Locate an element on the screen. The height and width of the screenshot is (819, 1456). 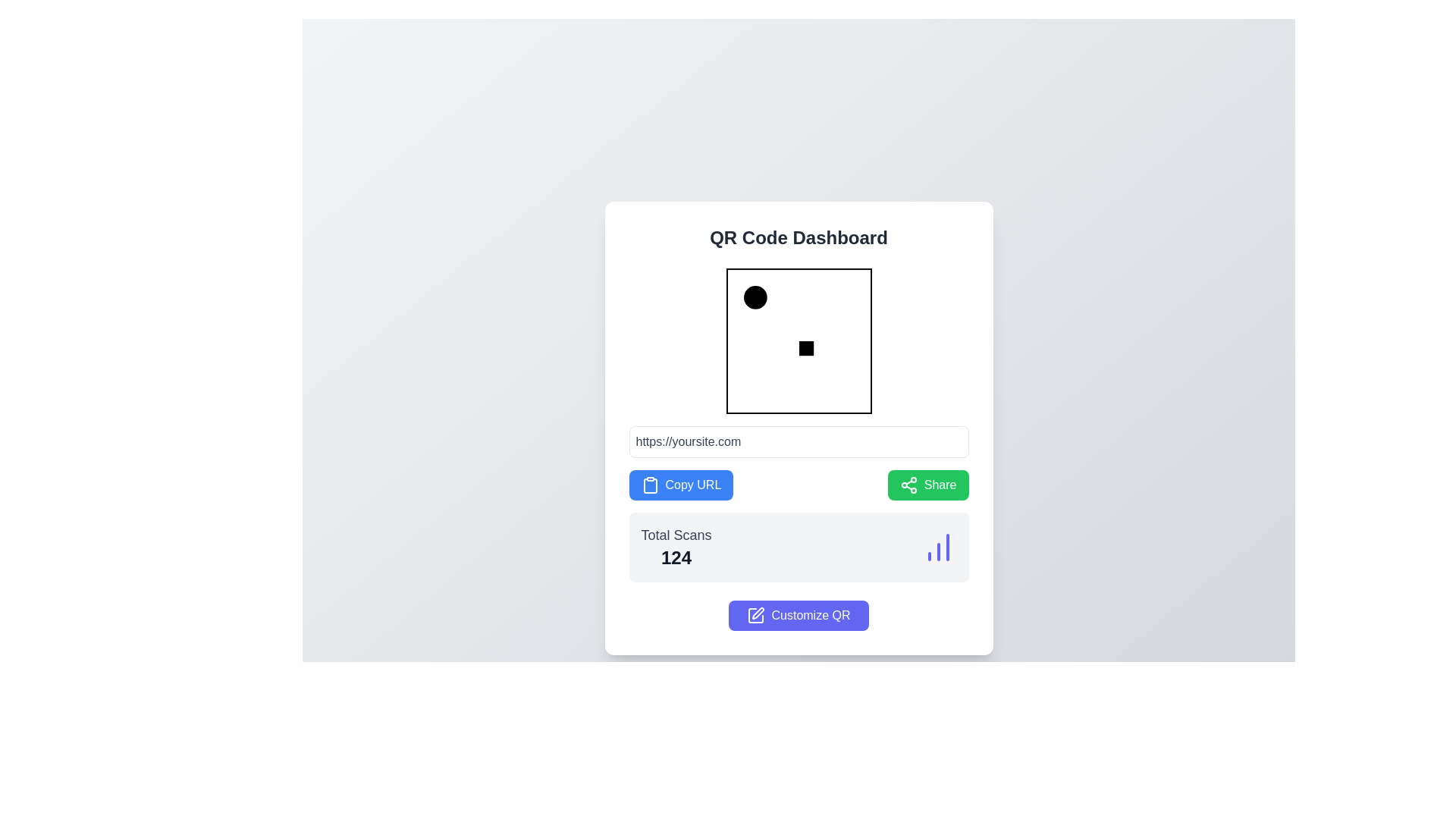
the Text Display element that shows the total scans completed, located beneath the 'Total Scans' label in the dashboard interface is located at coordinates (676, 558).